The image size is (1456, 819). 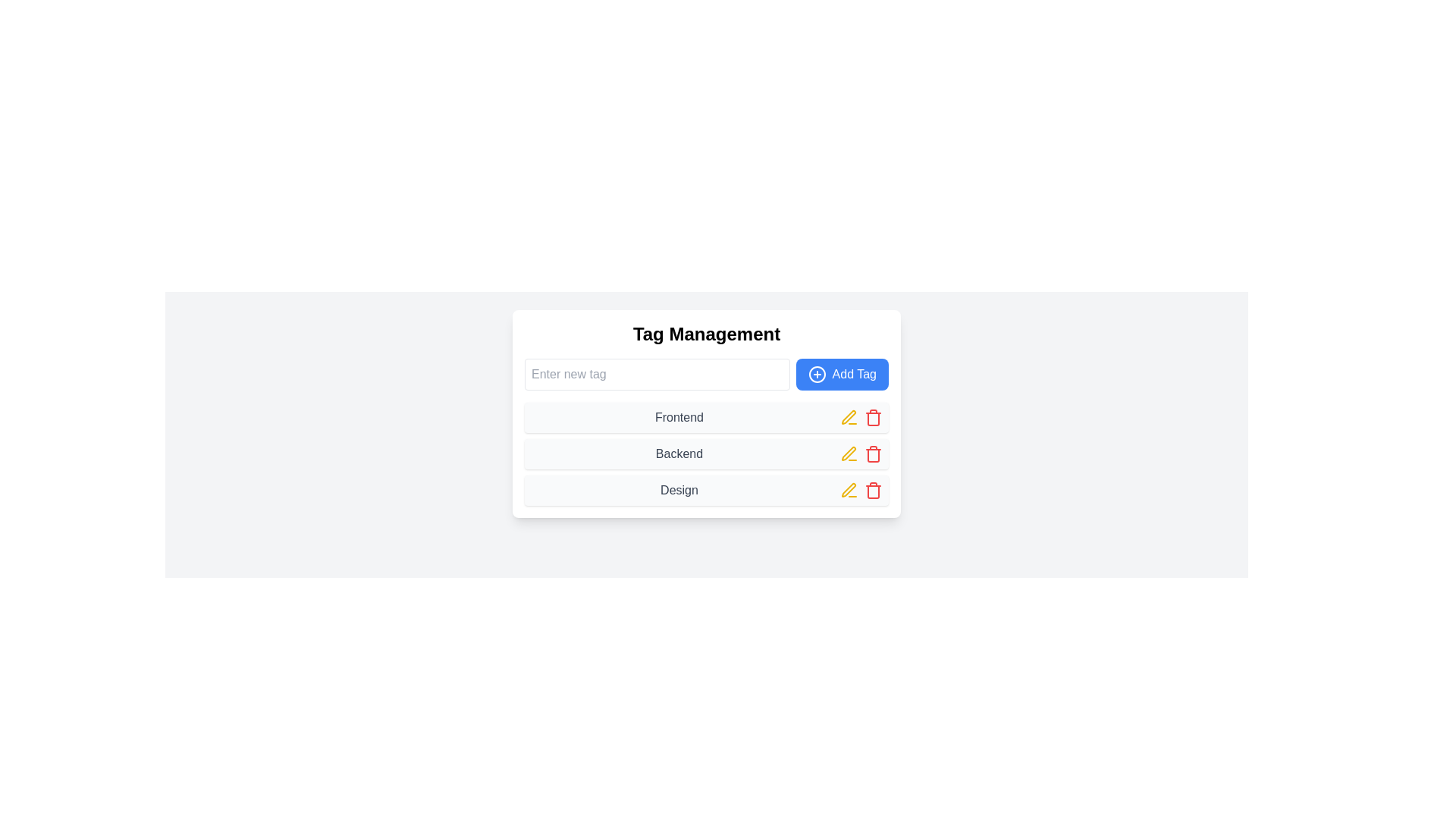 What do you see at coordinates (874, 455) in the screenshot?
I see `the second trash icon in the 'Tag Management' table, which visually represents part of the trash bin icon indicating a delete action` at bounding box center [874, 455].